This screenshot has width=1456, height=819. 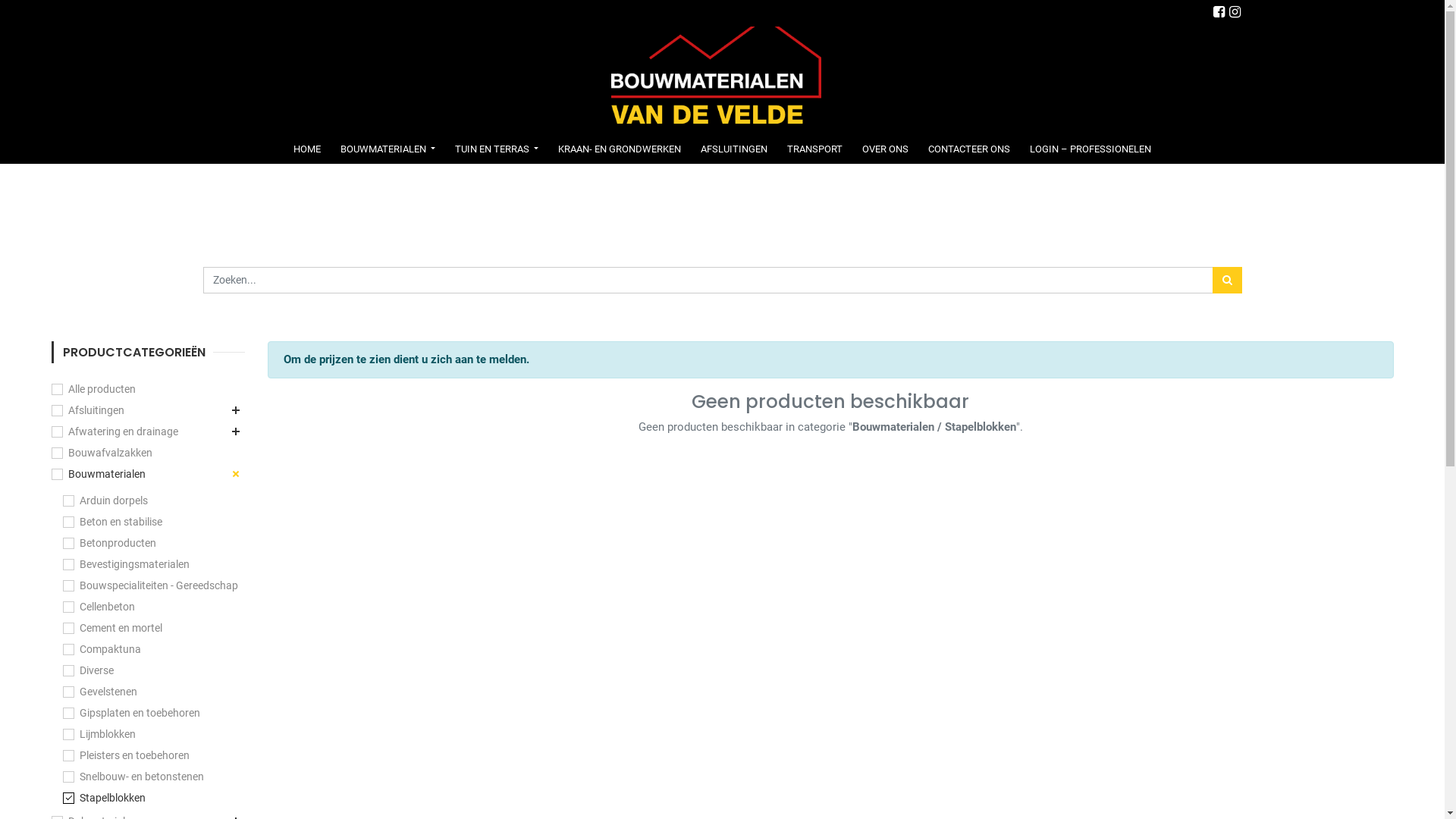 I want to click on 'Lijmblokken', so click(x=97, y=733).